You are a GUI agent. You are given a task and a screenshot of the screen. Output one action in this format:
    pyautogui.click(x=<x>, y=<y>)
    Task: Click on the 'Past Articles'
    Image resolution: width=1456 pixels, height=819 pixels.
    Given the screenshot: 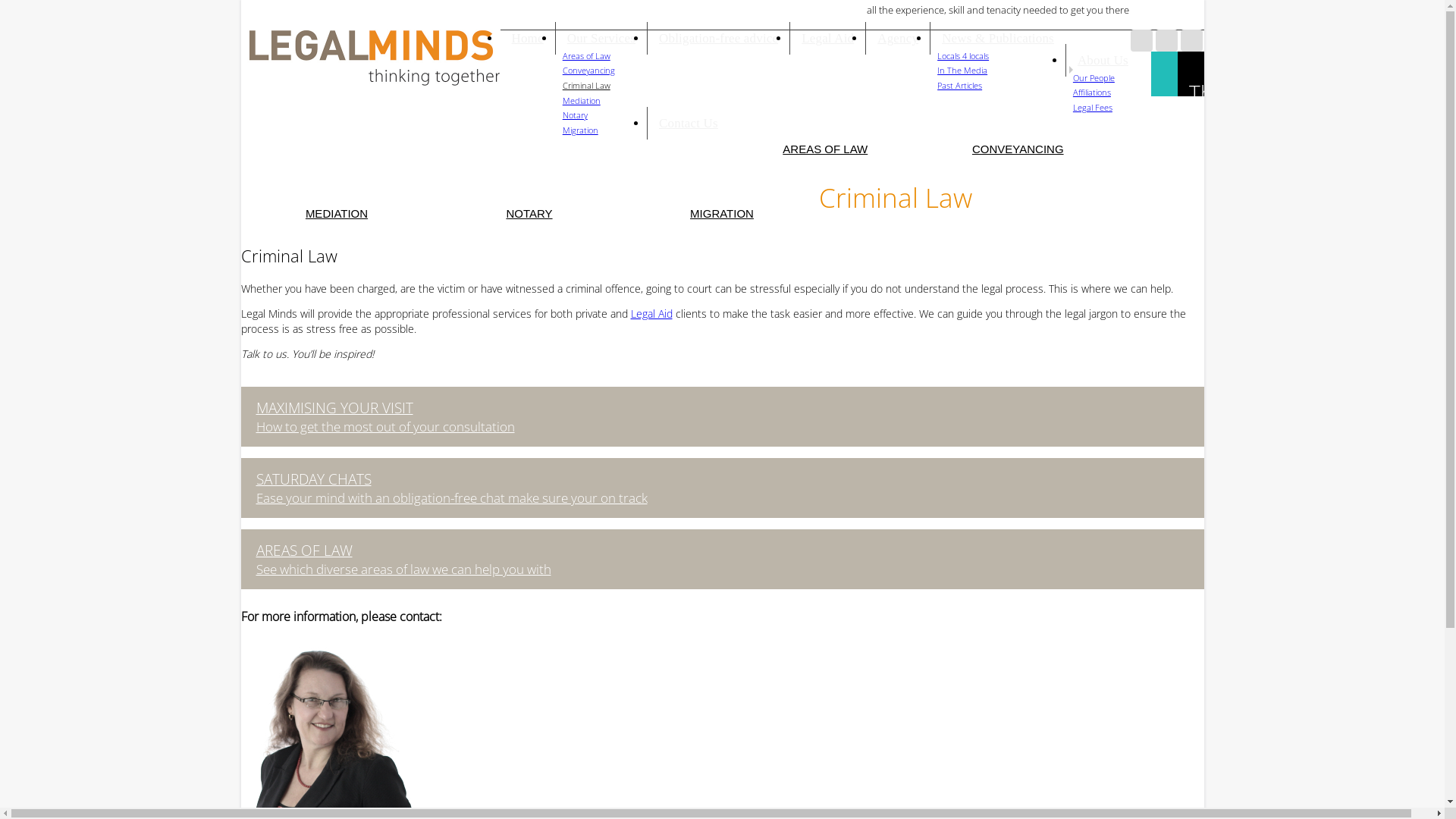 What is the action you would take?
    pyautogui.click(x=928, y=85)
    